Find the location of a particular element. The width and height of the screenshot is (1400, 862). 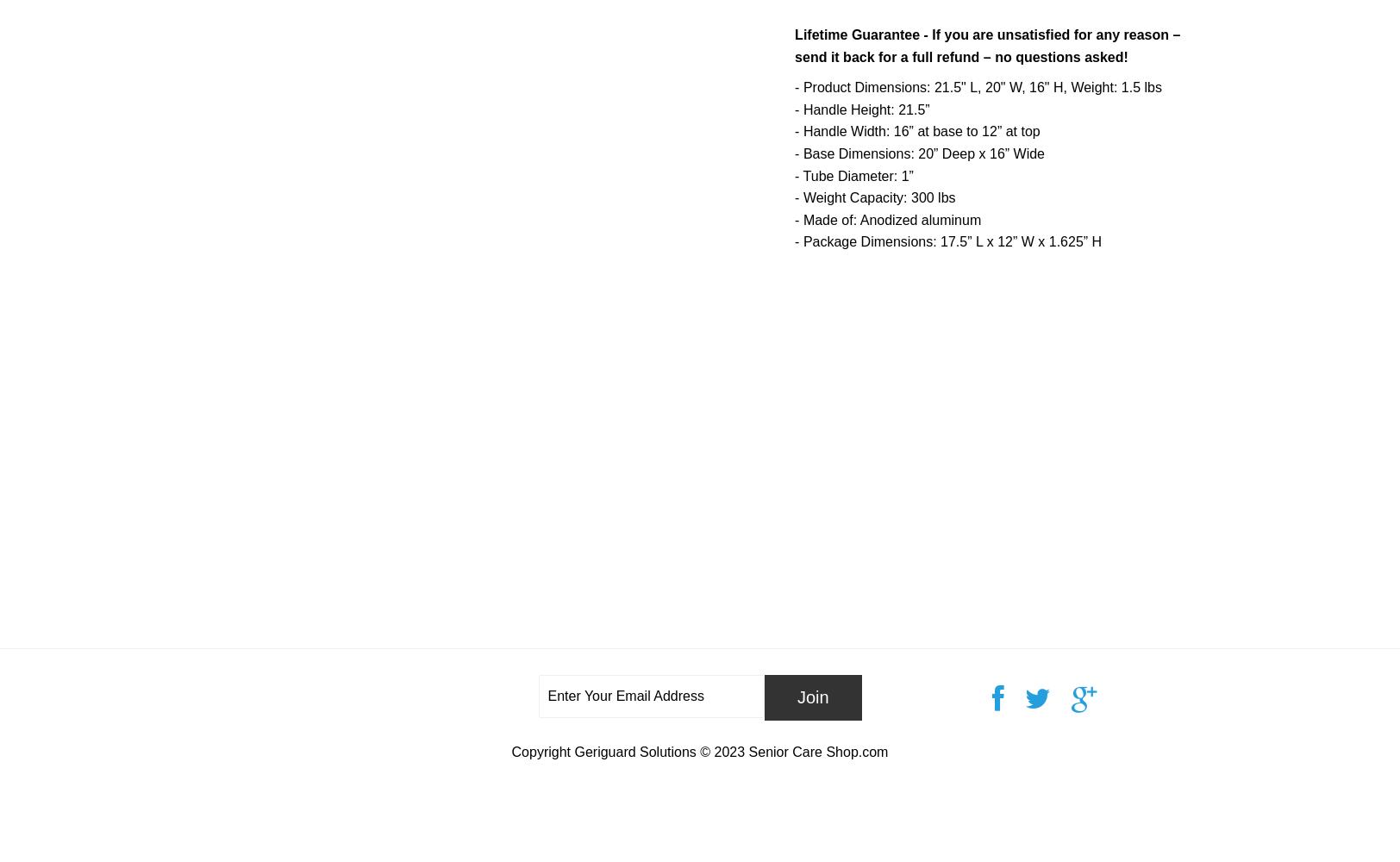

'Lifetime Guarantee - If you are unsatisfied for any reason – send it back for a full refund – no questions asked!' is located at coordinates (794, 46).